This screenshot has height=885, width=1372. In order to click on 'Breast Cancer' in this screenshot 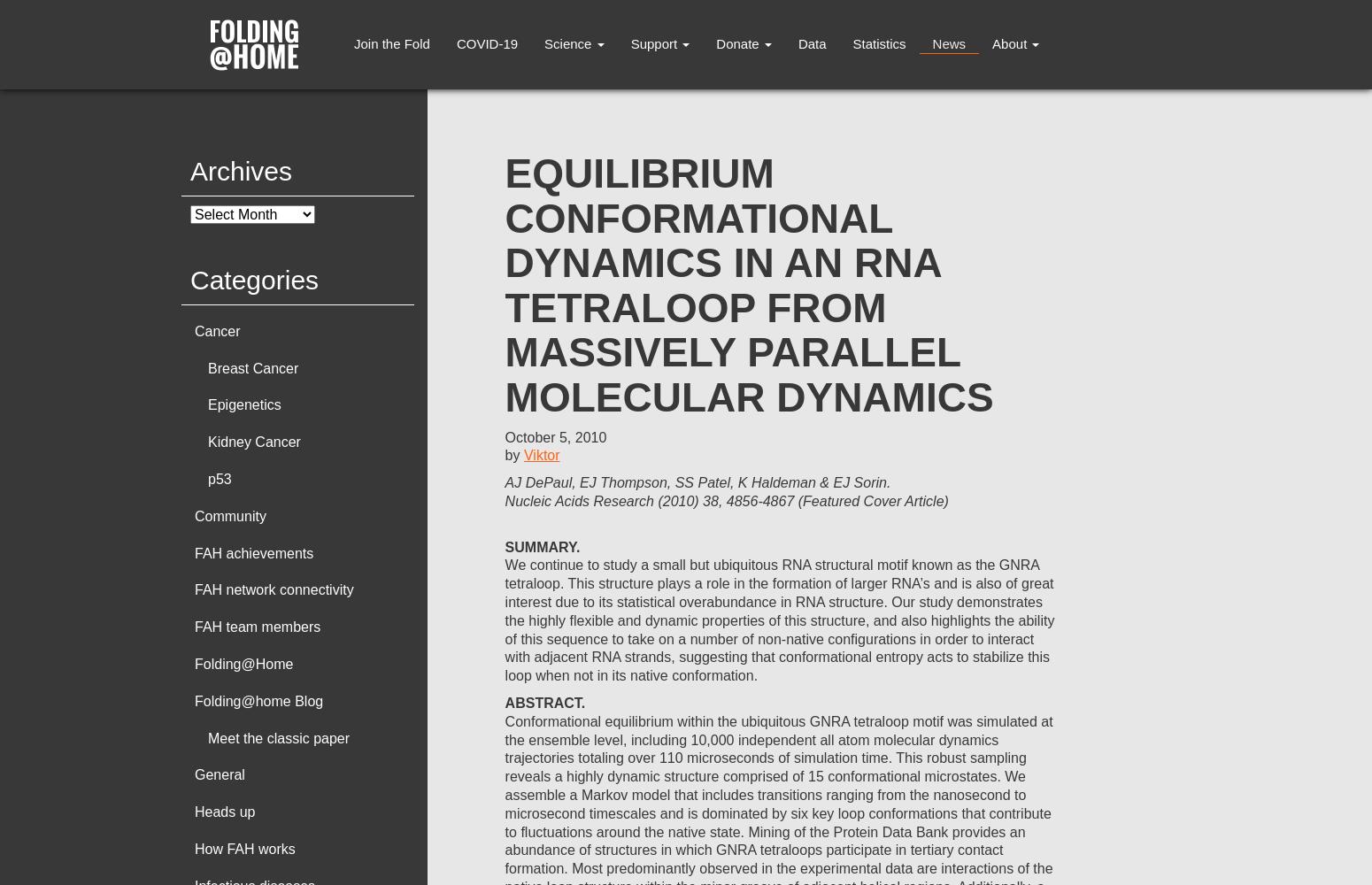, I will do `click(252, 367)`.